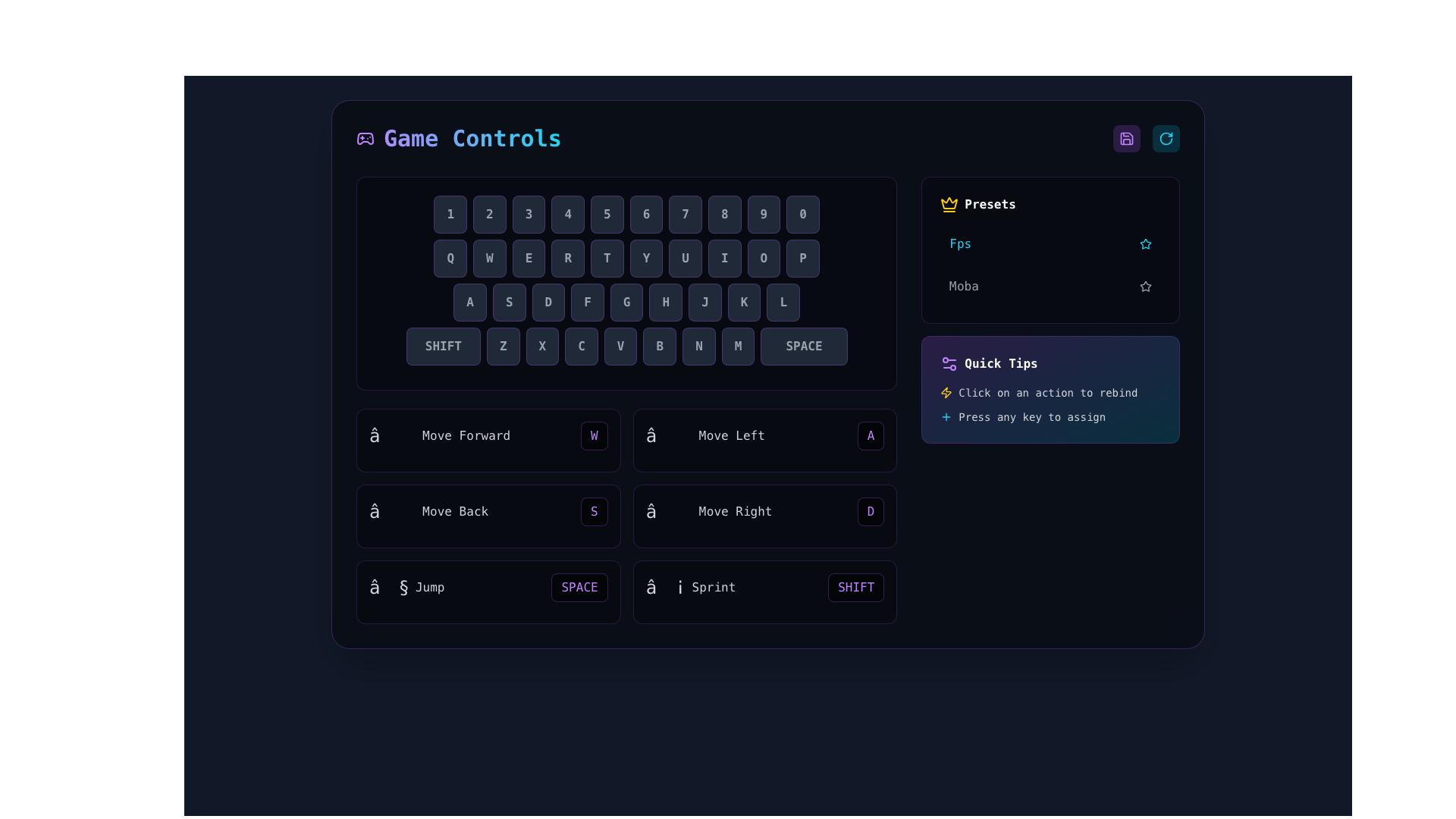 This screenshot has height=819, width=1456. I want to click on the button labeled 'N', which is the seventh button in a horizontal row of keys on the virtual keyboard, styled with a dark background and light gray text, so click(698, 346).